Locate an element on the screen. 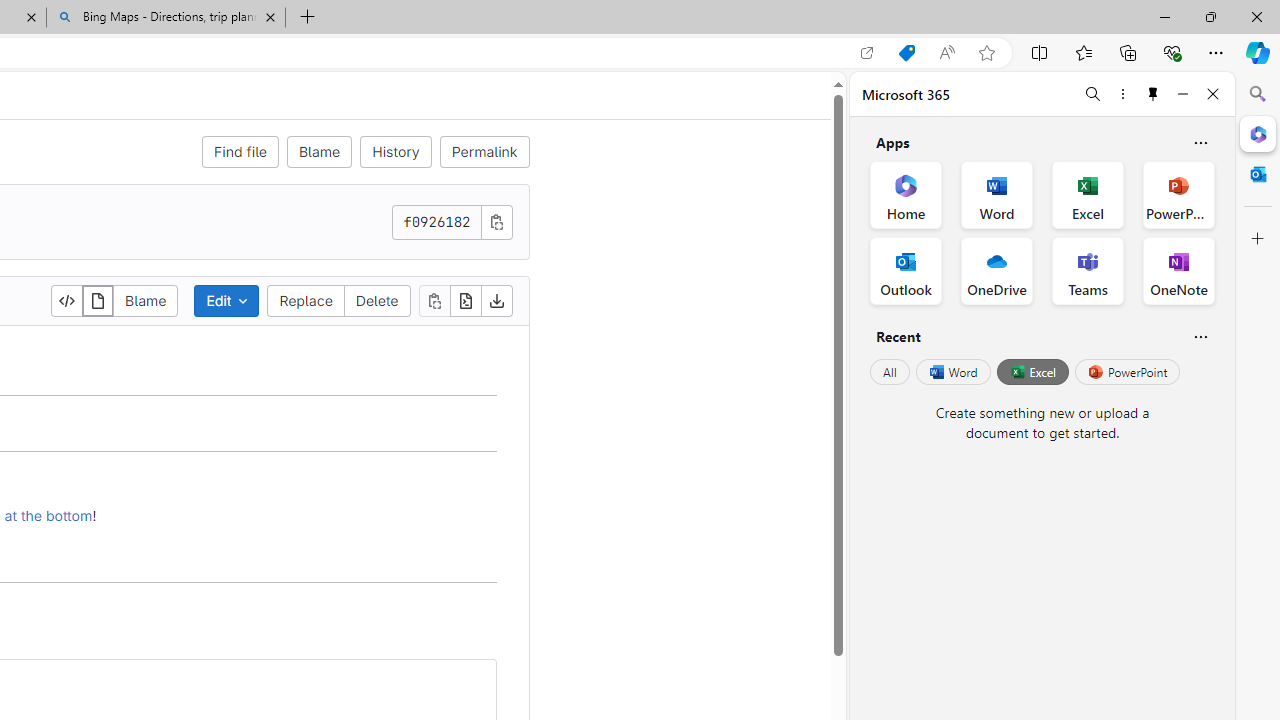 The image size is (1280, 720). 'Outlook Office App' is located at coordinates (905, 271).